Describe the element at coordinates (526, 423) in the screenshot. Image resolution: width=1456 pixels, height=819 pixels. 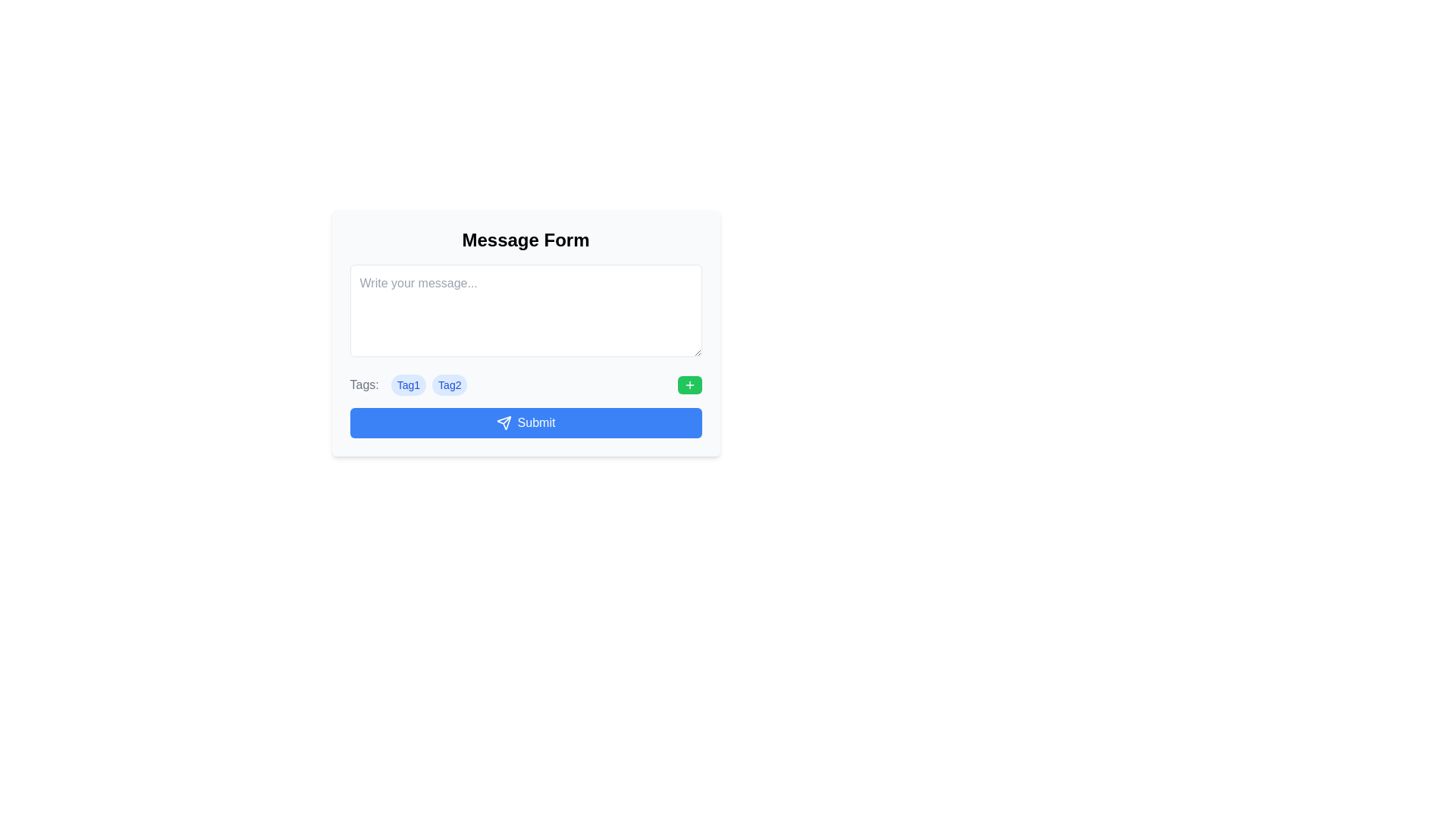
I see `the submit button located directly below the 'Tags:' section to change its background color` at that location.